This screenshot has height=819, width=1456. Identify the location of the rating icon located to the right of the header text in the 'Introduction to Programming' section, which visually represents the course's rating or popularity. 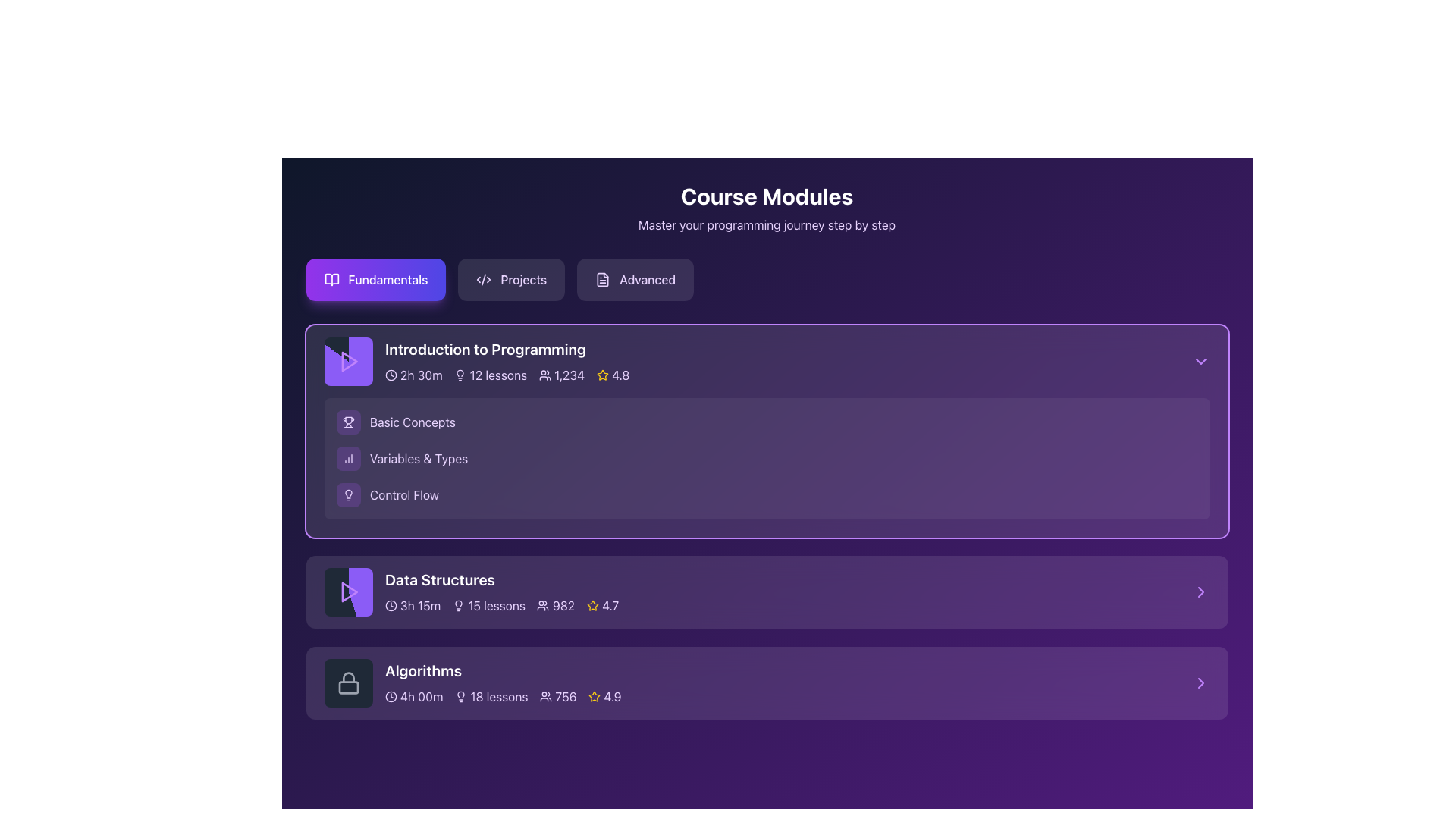
(591, 604).